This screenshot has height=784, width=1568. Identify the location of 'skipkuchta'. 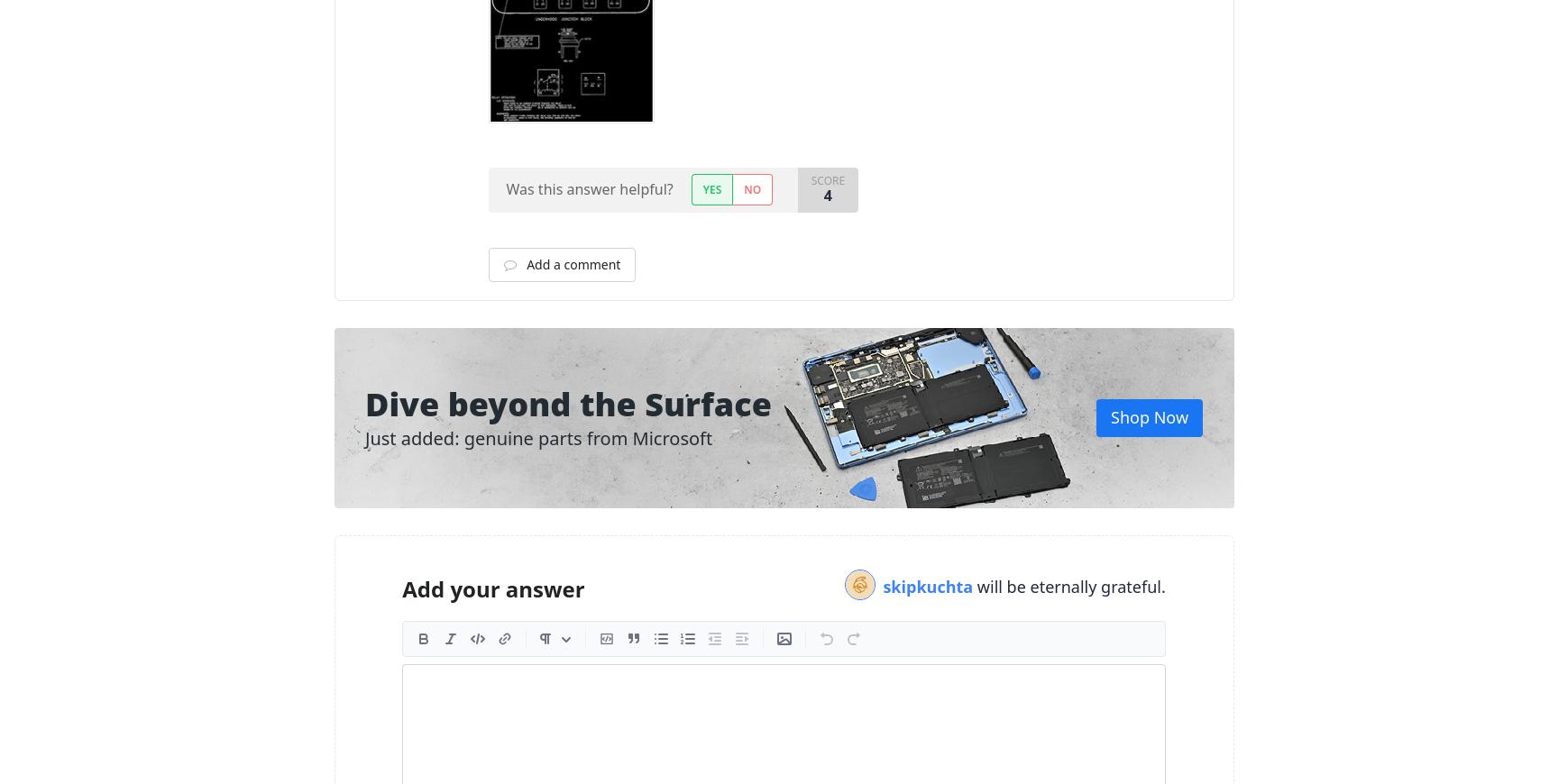
(930, 586).